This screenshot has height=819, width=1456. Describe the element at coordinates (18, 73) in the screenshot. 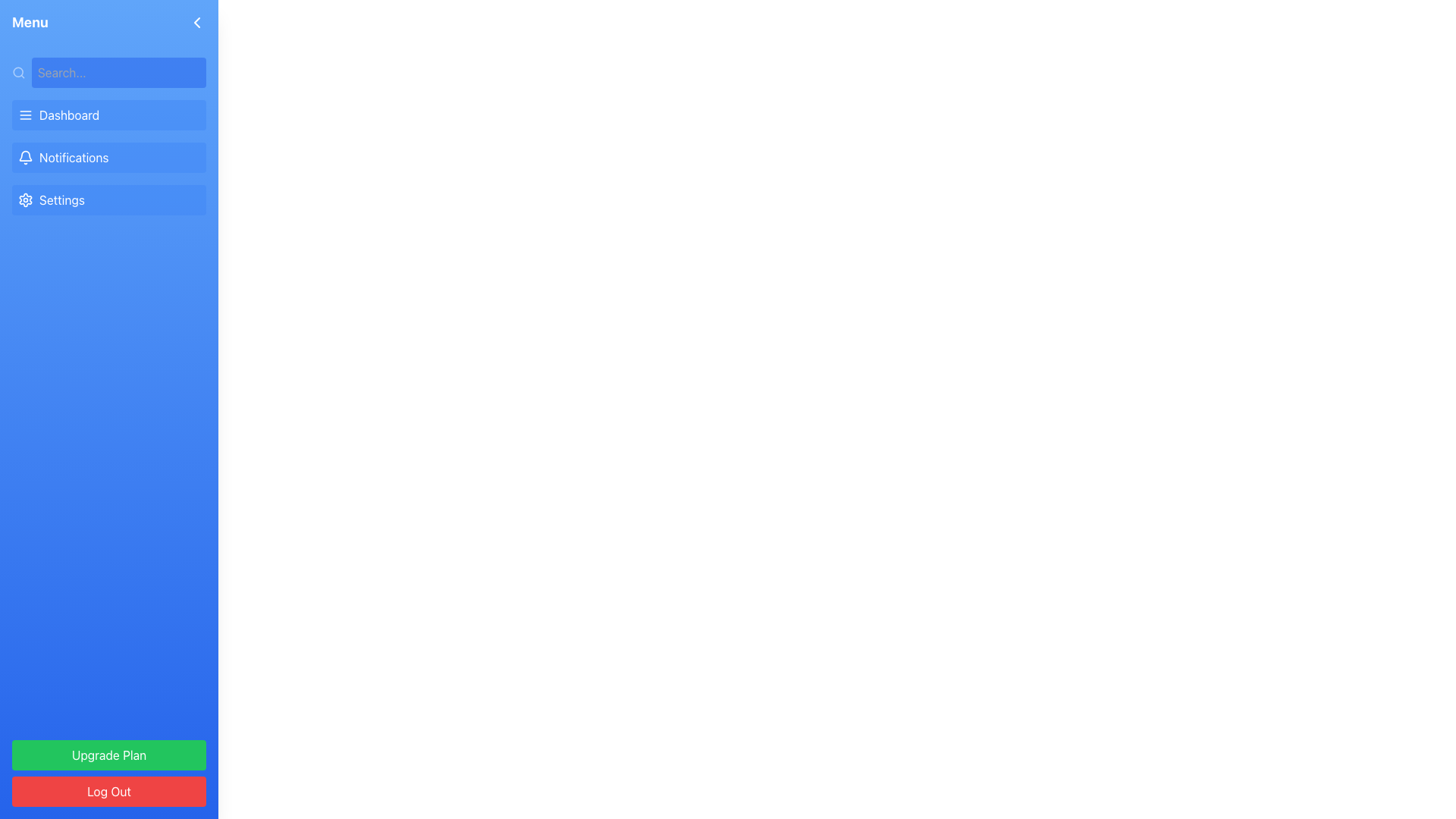

I see `the search icon represented by a magnifying glass, which is displayed in a muted color and positioned before the 'Search...' input field` at that location.